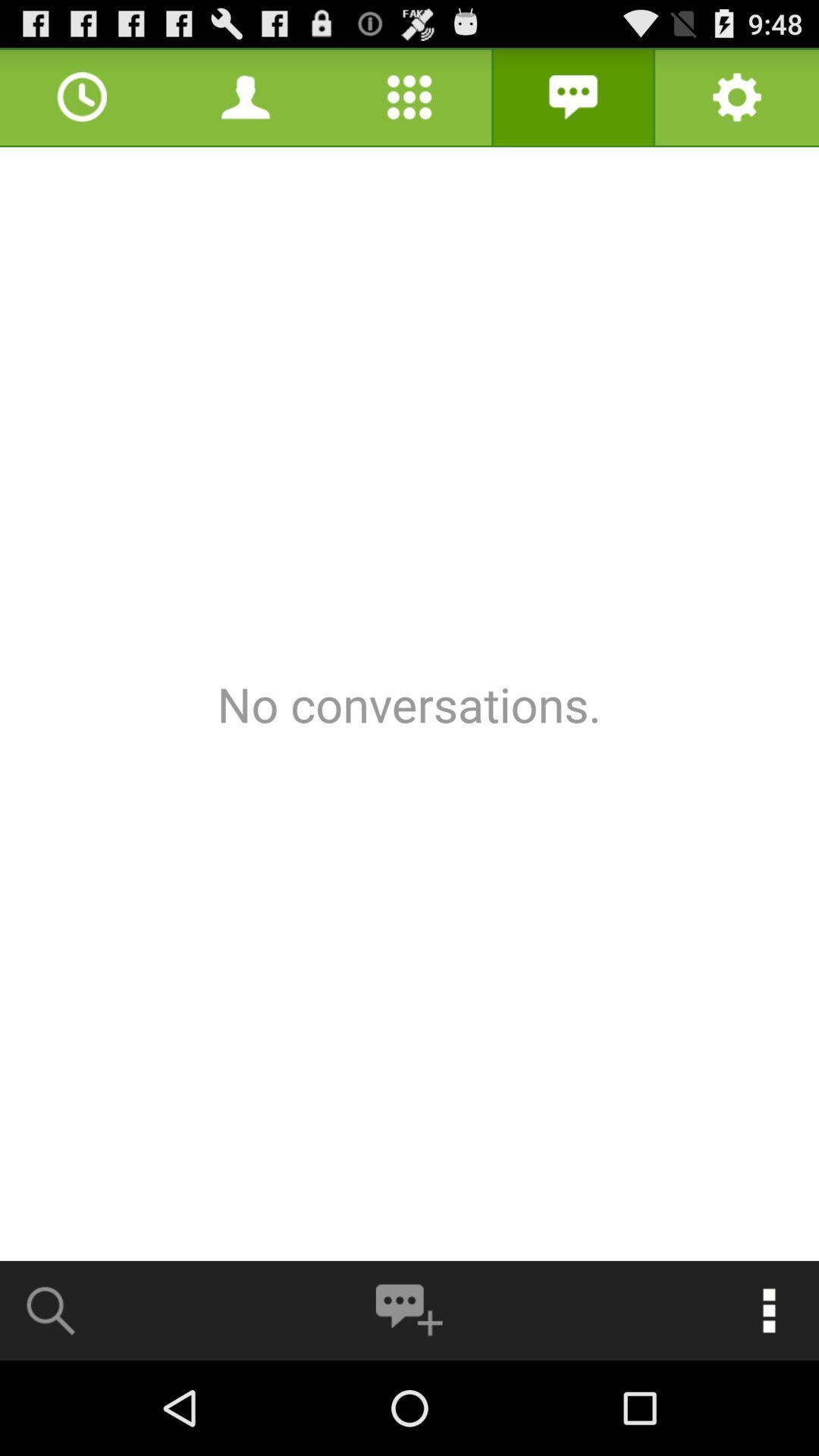 The height and width of the screenshot is (1456, 819). Describe the element at coordinates (51, 1310) in the screenshot. I see `search` at that location.